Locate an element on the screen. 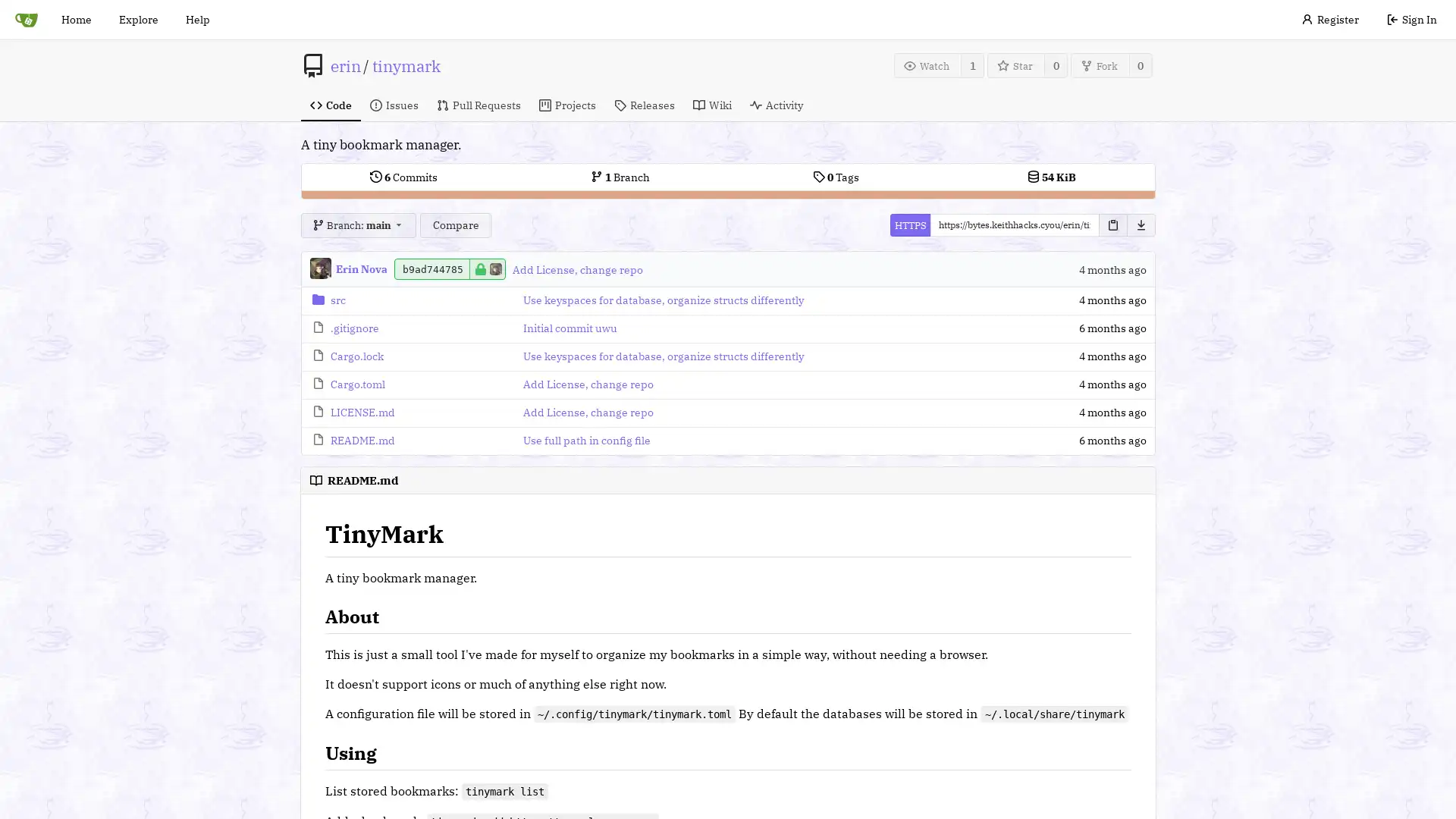 Image resolution: width=1456 pixels, height=819 pixels. HTTPS is located at coordinates (909, 225).